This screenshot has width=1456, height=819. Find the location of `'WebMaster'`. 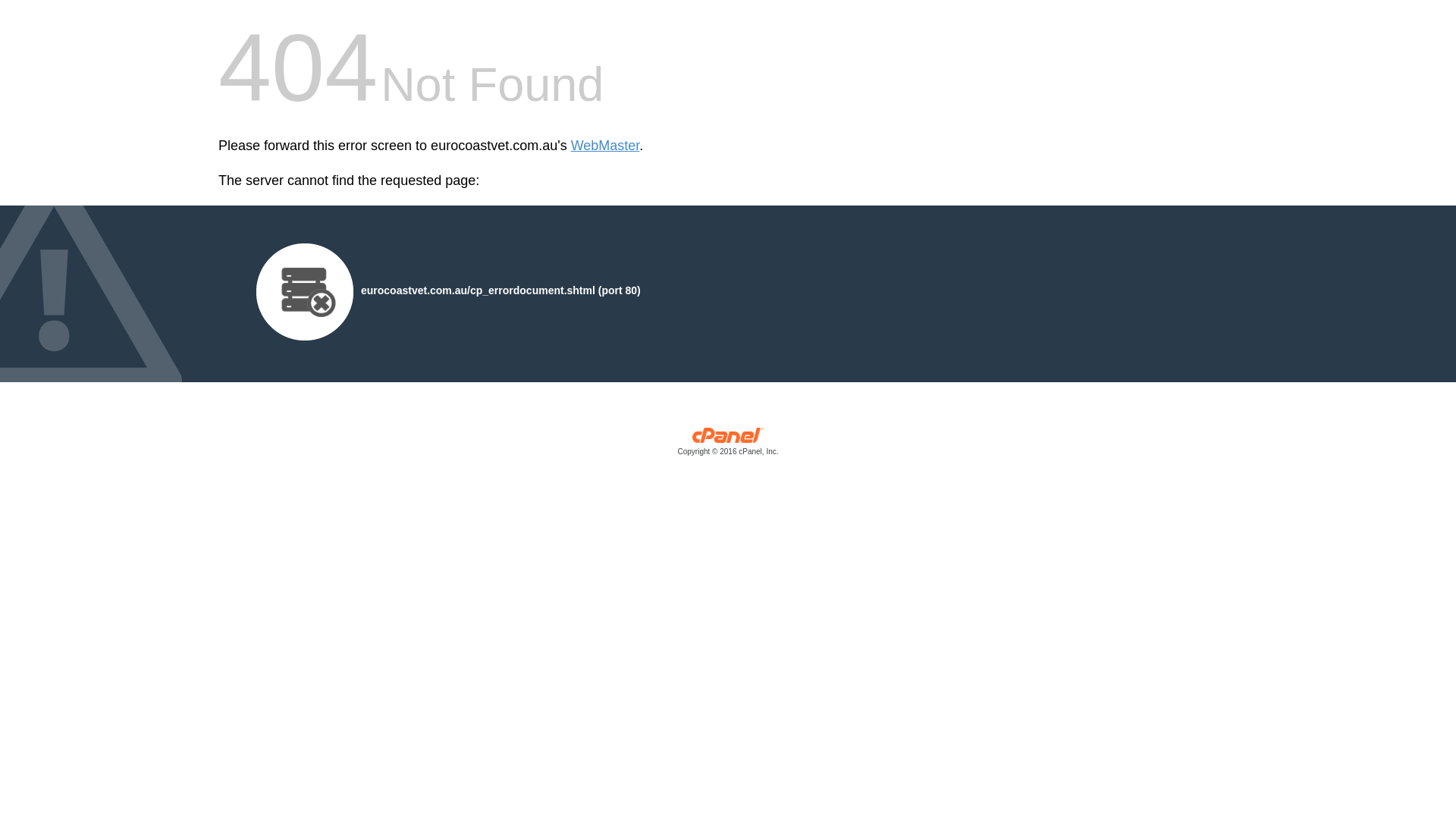

'WebMaster' is located at coordinates (604, 146).